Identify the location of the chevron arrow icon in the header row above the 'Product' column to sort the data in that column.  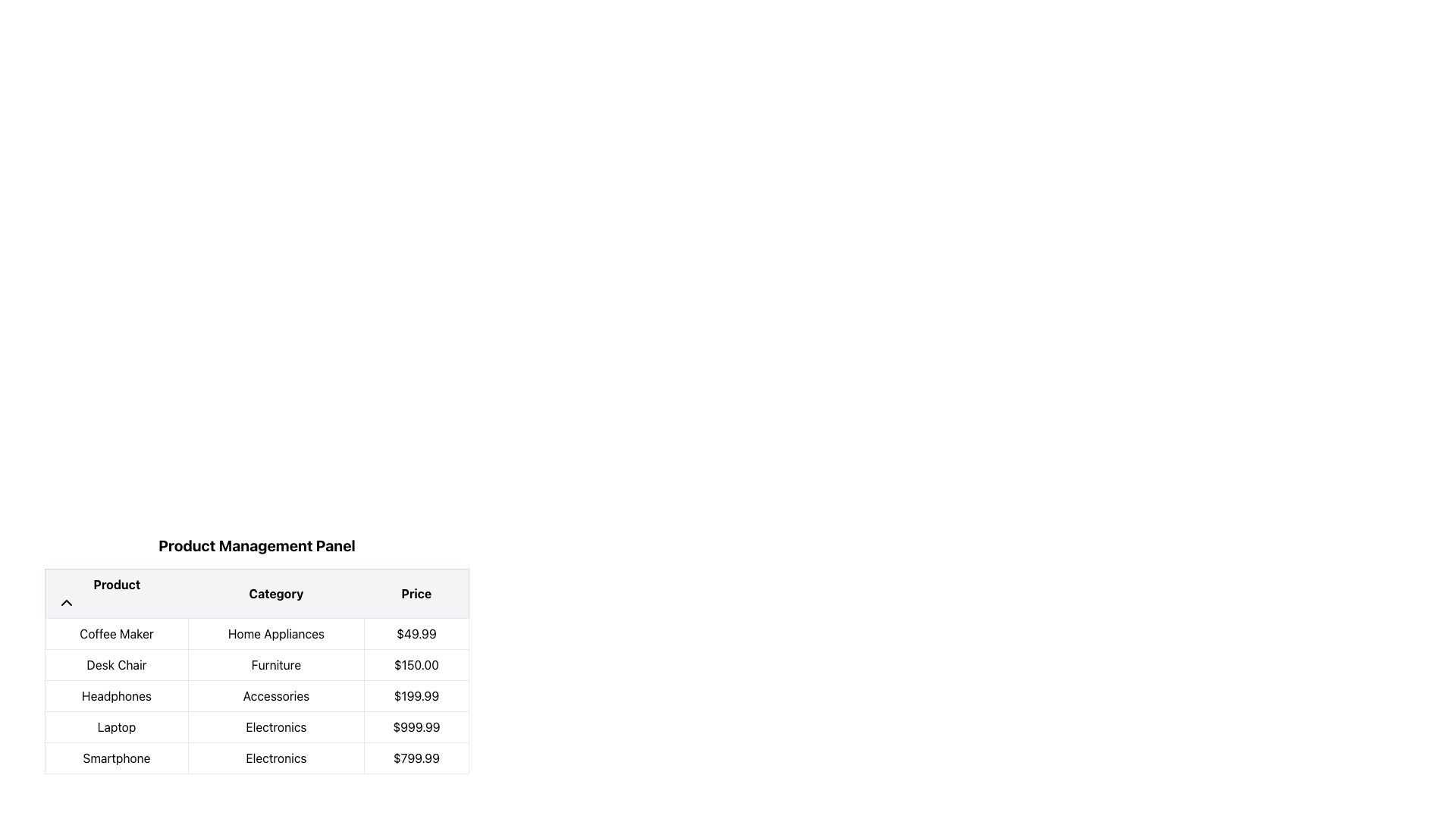
(65, 601).